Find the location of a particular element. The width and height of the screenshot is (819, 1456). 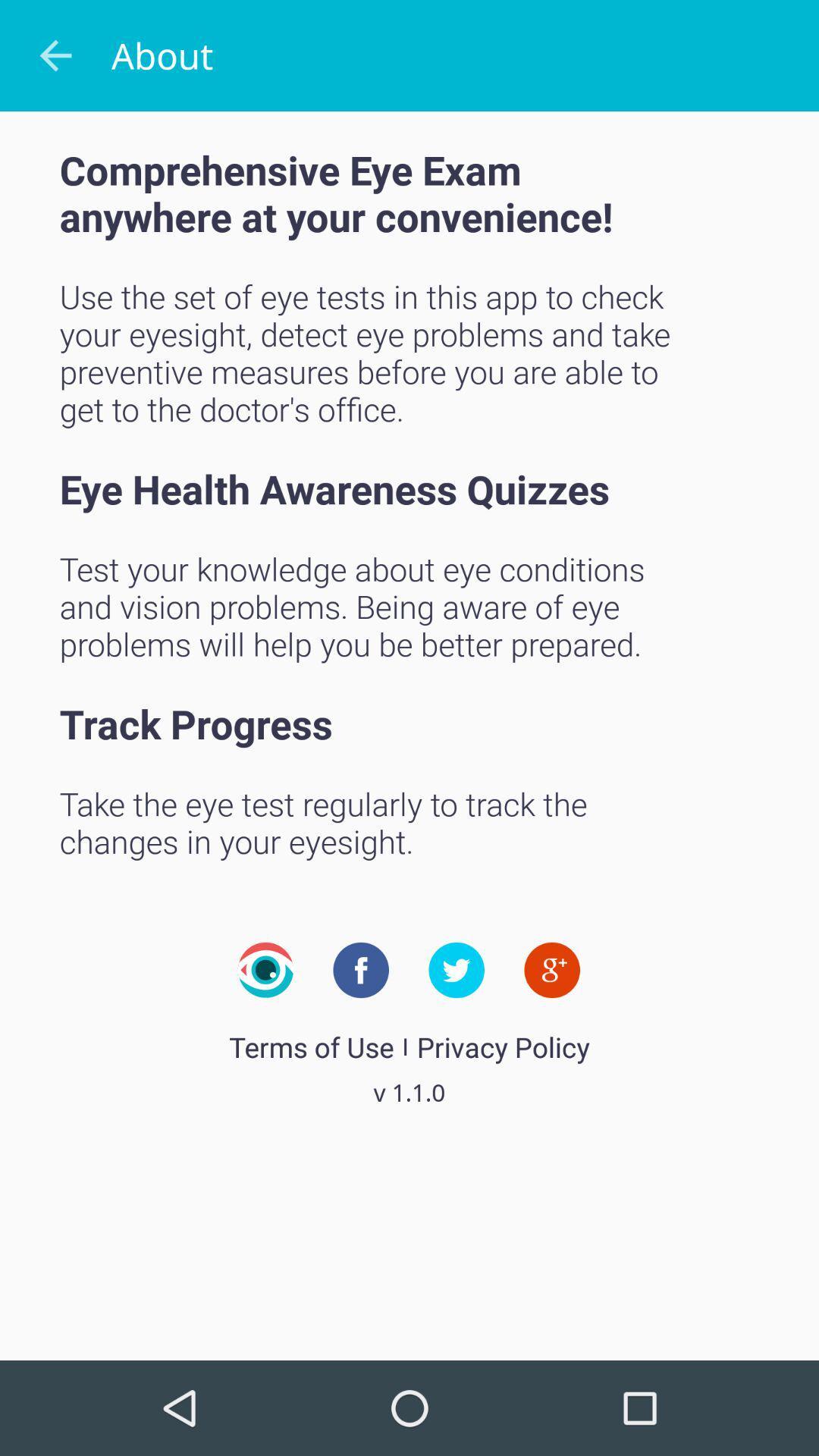

share via google plus is located at coordinates (552, 969).